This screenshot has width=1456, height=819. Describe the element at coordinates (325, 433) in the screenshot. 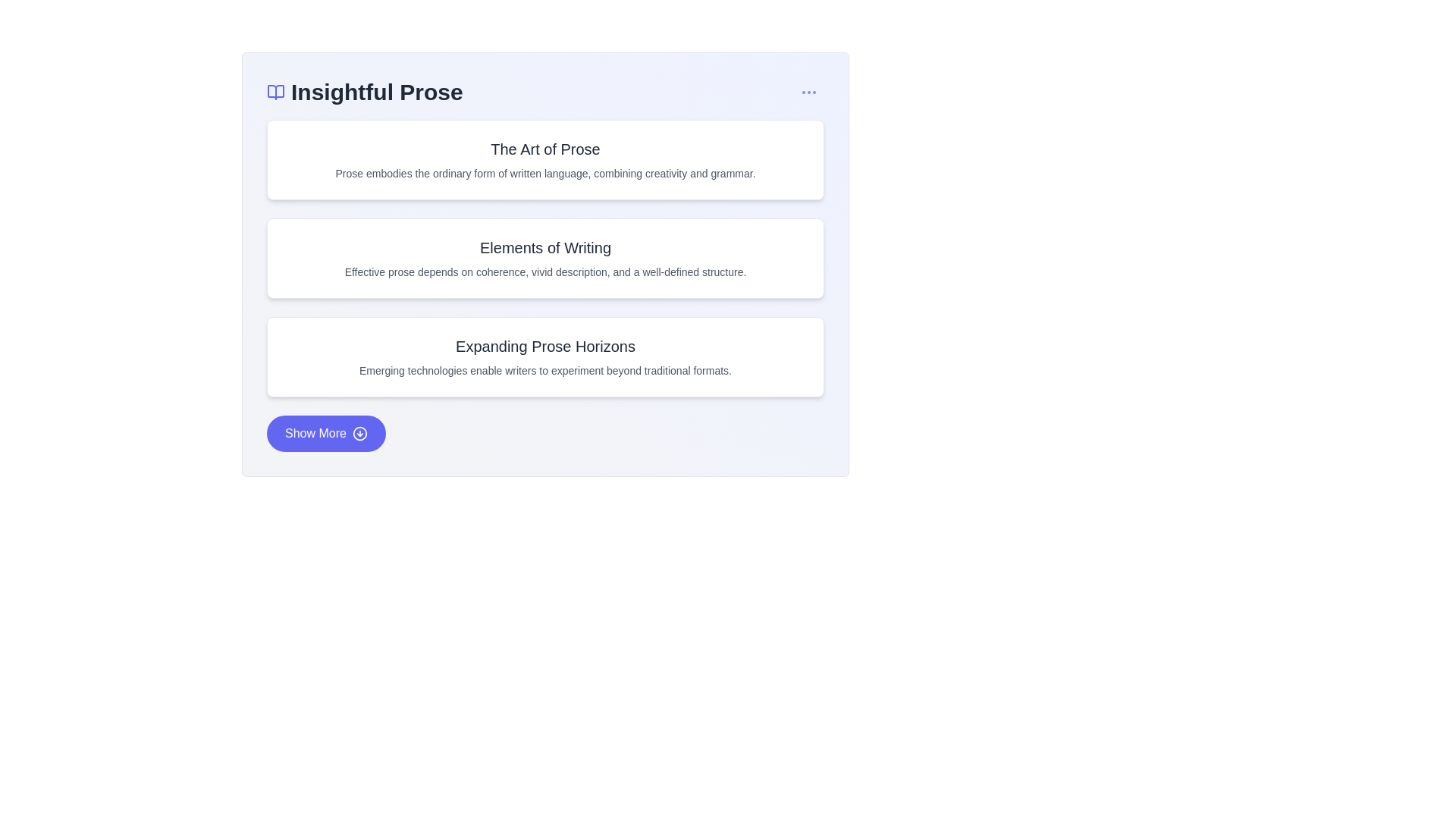

I see `the 'Show More' button located at the bottom center of the 'Insightful Prose' content area` at that location.